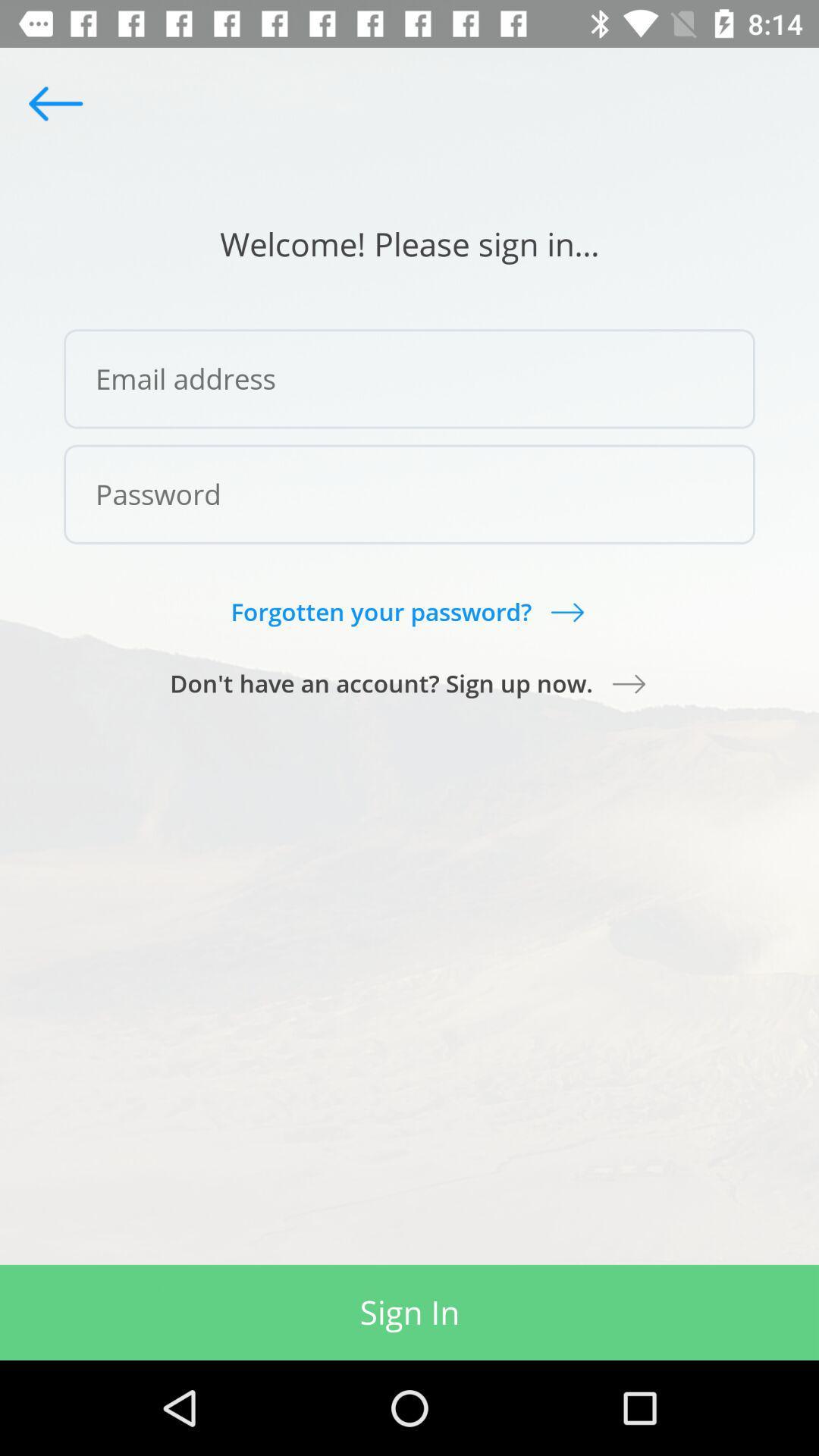  Describe the element at coordinates (55, 102) in the screenshot. I see `the icon at the top left corner` at that location.